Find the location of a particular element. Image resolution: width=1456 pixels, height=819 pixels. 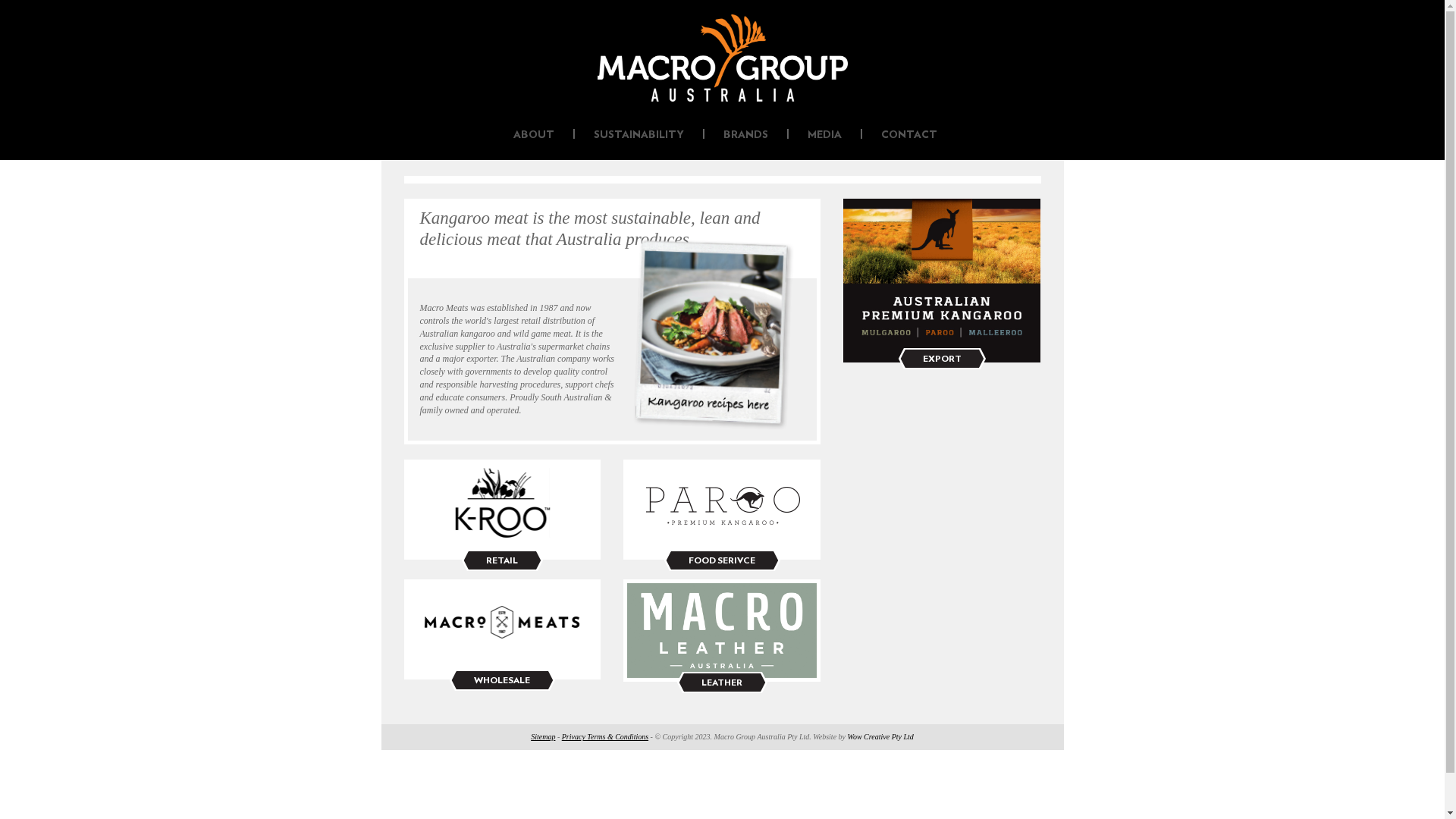

'Privacy Terms & Conditions' is located at coordinates (604, 736).